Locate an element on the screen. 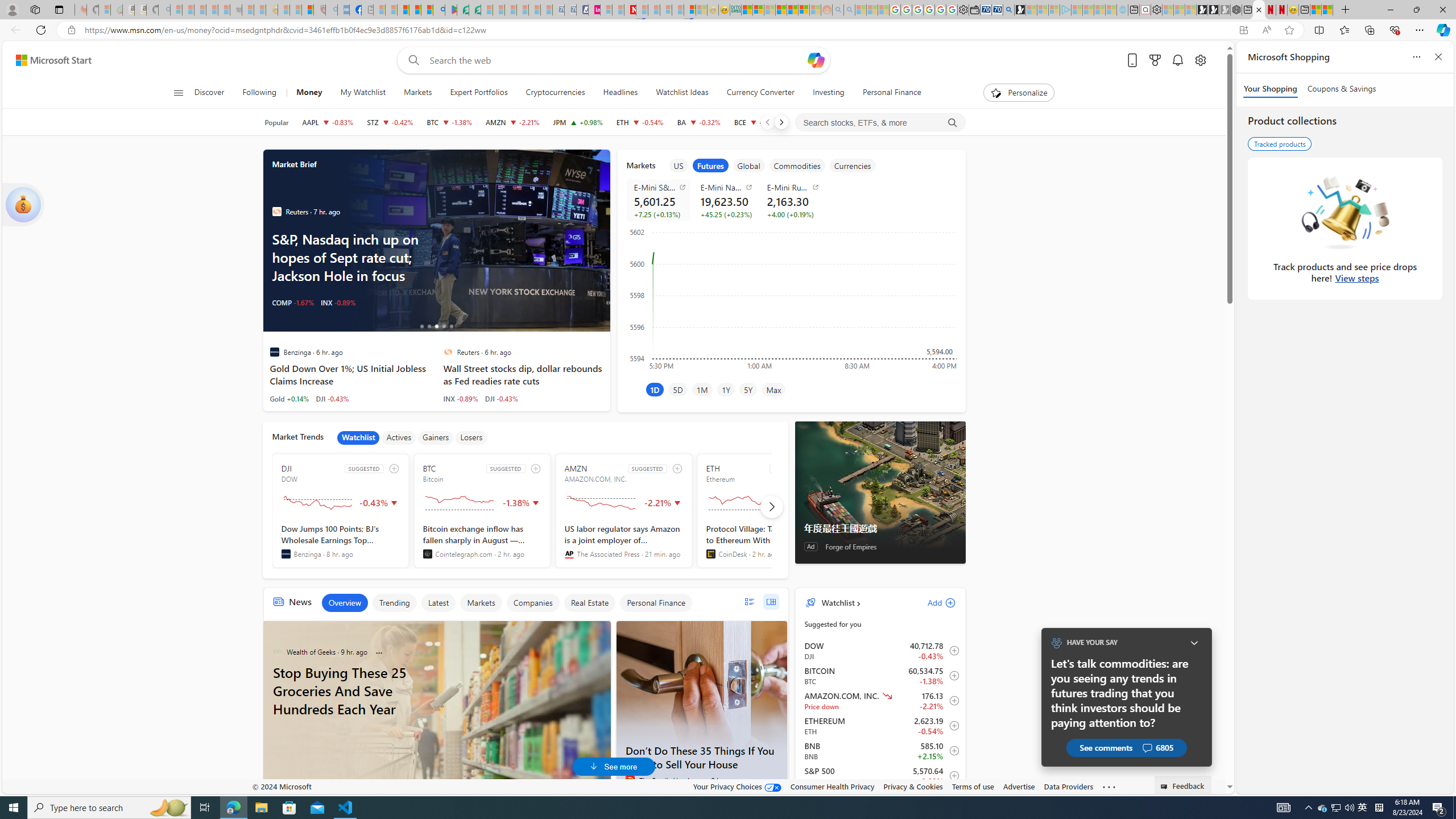 This screenshot has height=819, width=1456. 'INX S&P 500 decrease 5,570.64 -50.21 -0.89% item5' is located at coordinates (880, 775).